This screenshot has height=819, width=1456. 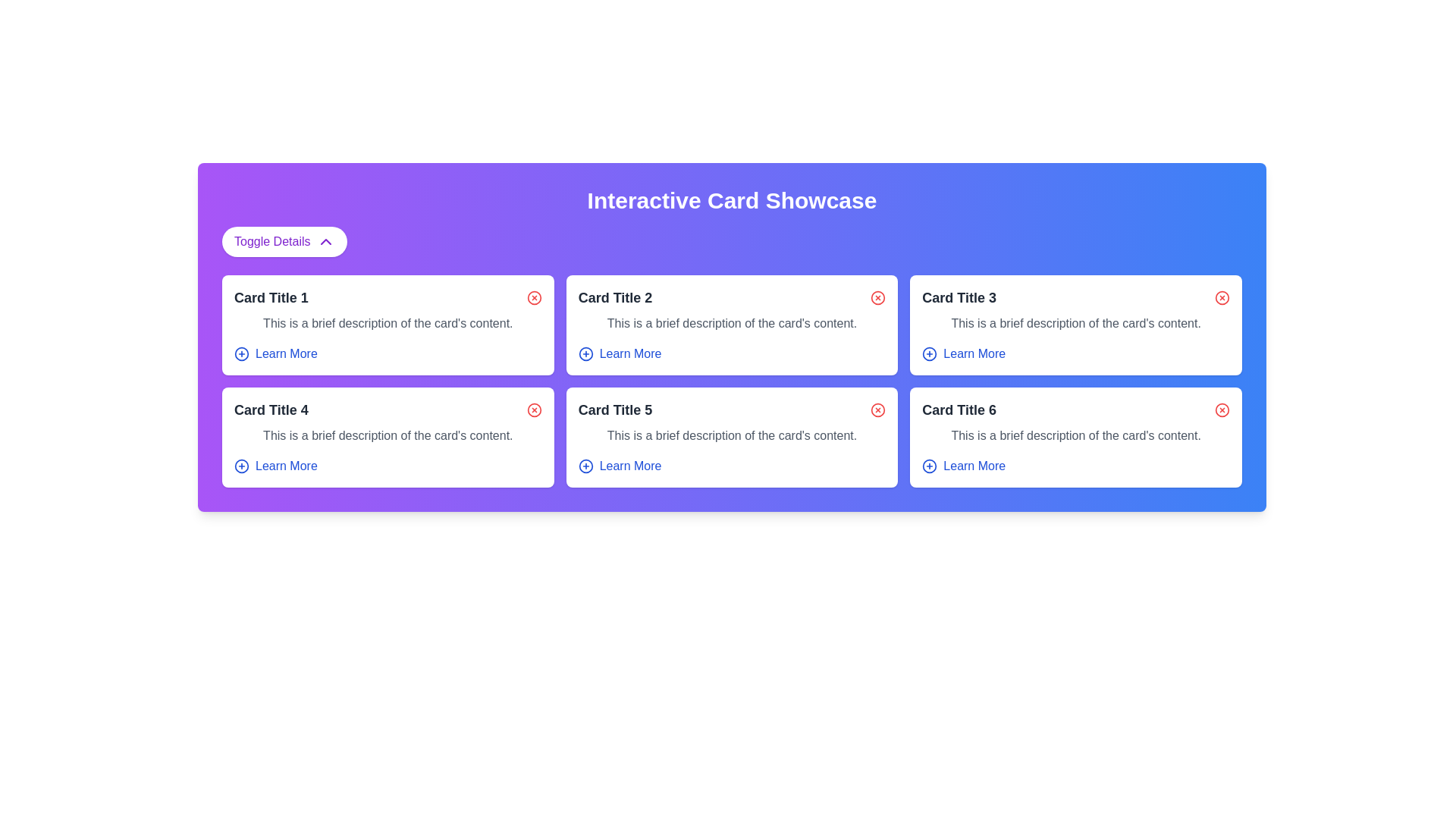 I want to click on the first card in the grid layout, which has a light background and contains the title 'Card Title 1', to change its background color to light purple, so click(x=388, y=324).